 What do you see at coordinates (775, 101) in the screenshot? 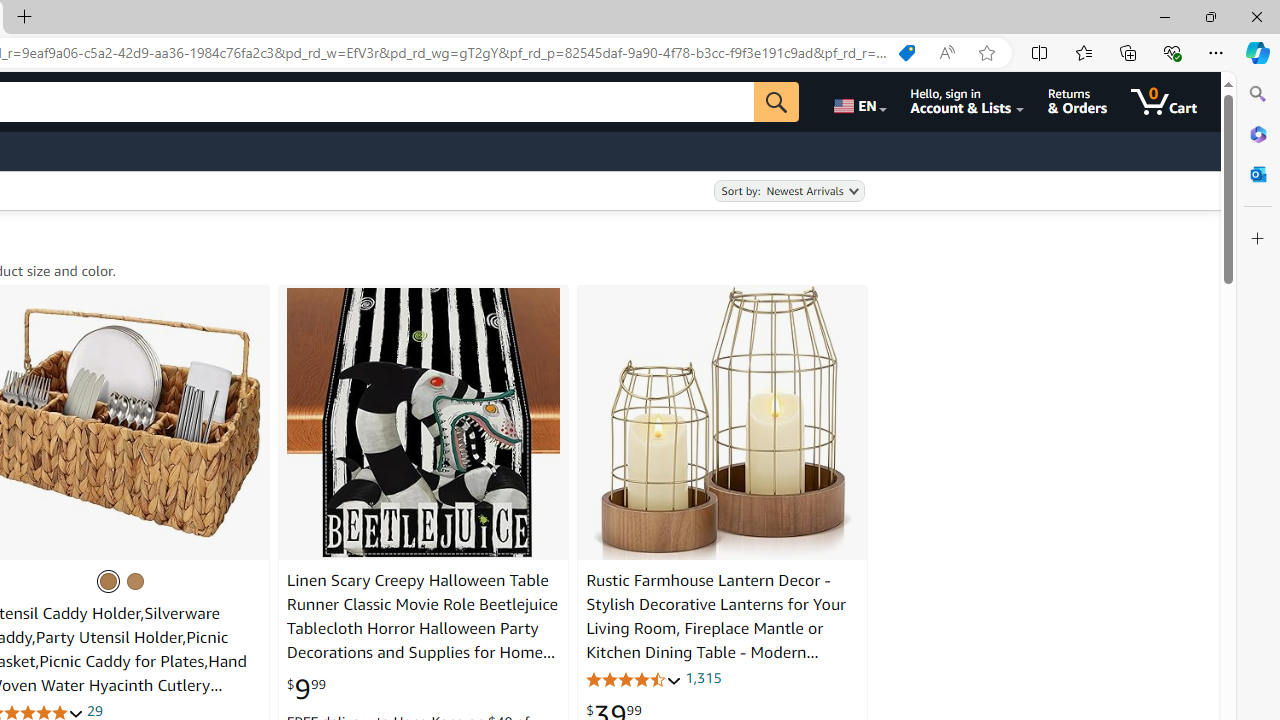
I see `'Go'` at bounding box center [775, 101].